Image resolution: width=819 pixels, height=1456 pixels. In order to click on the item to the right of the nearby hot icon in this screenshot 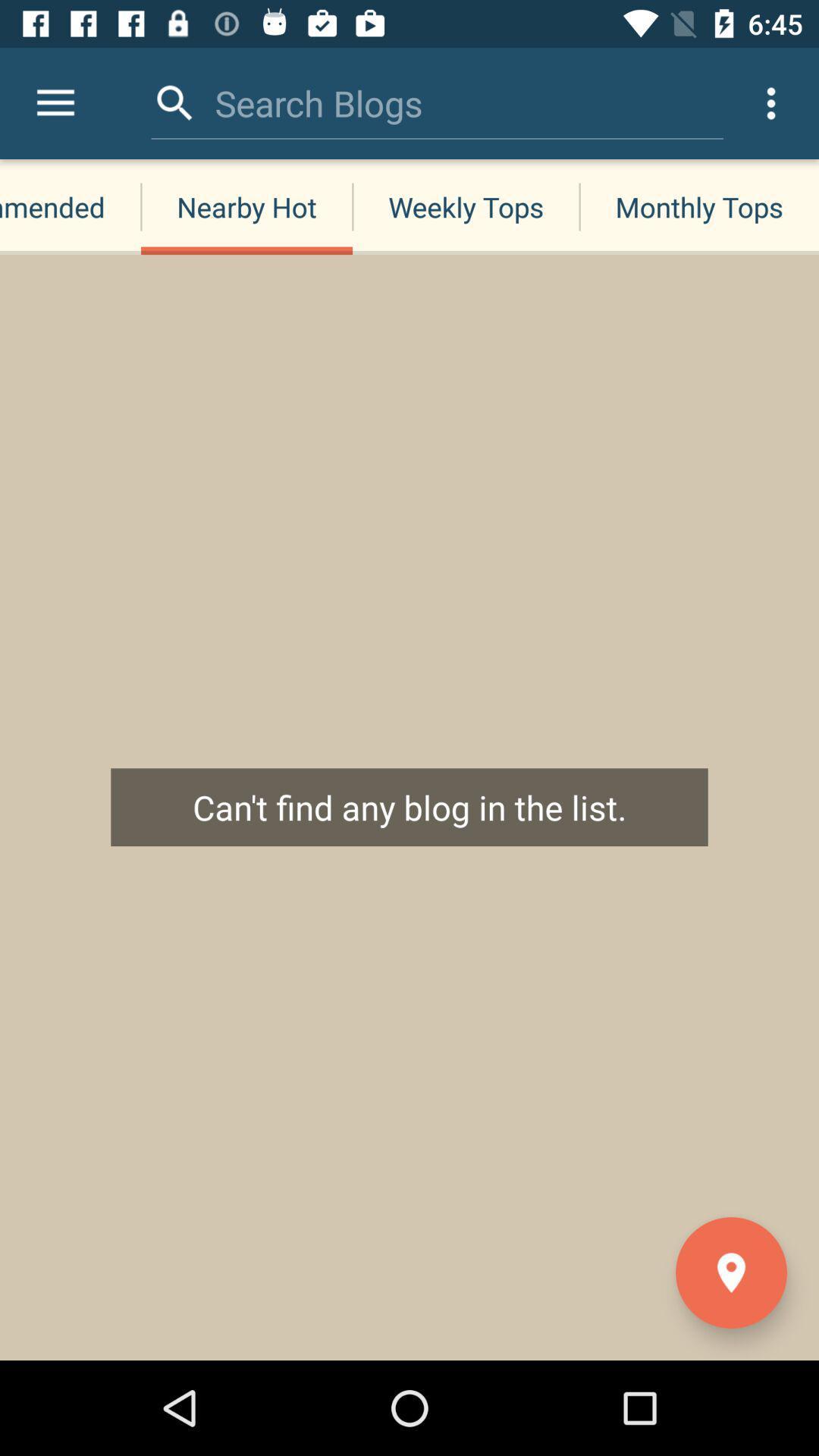, I will do `click(465, 206)`.